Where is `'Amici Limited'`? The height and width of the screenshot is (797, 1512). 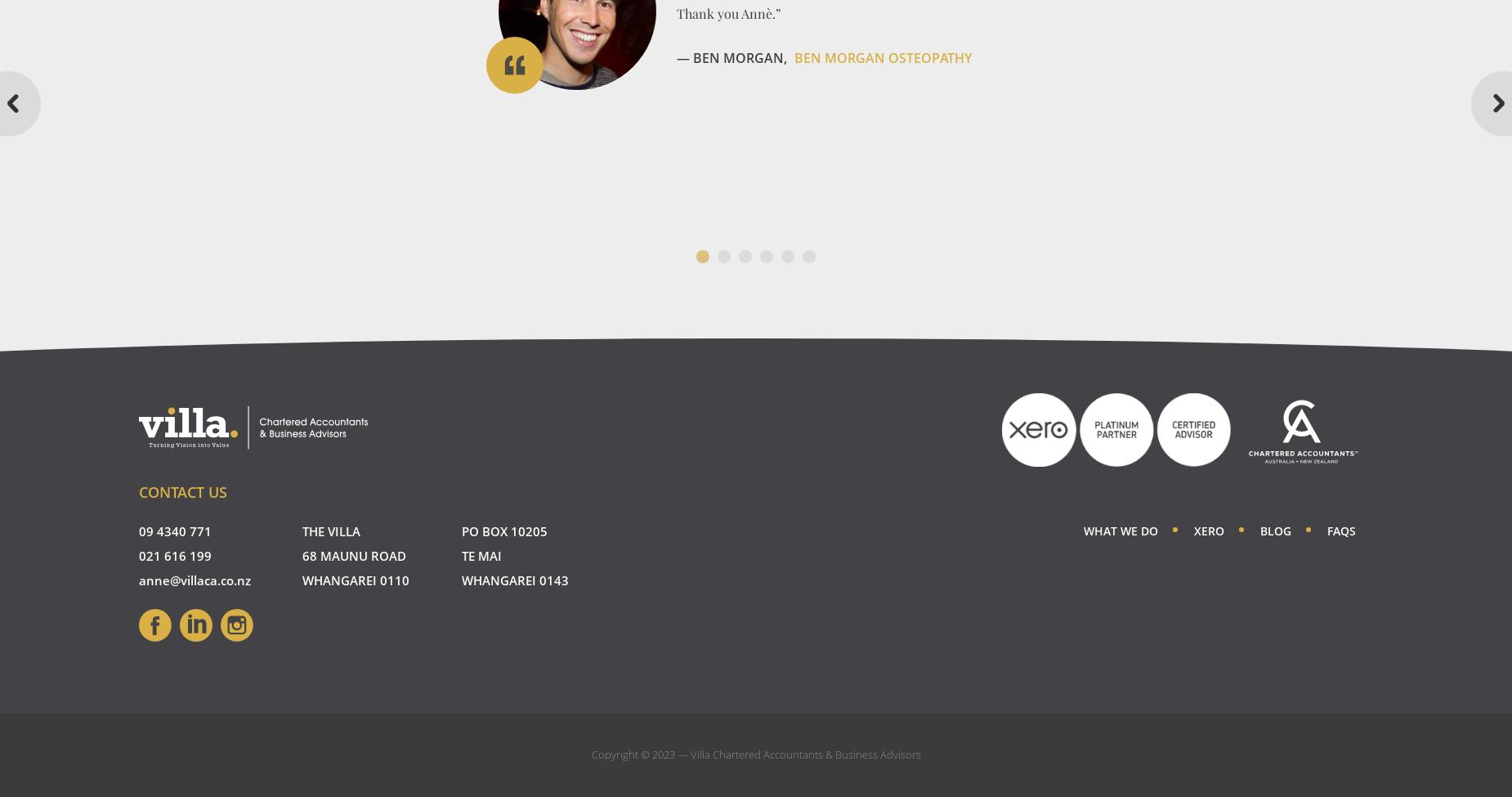 'Amici Limited' is located at coordinates (816, 151).